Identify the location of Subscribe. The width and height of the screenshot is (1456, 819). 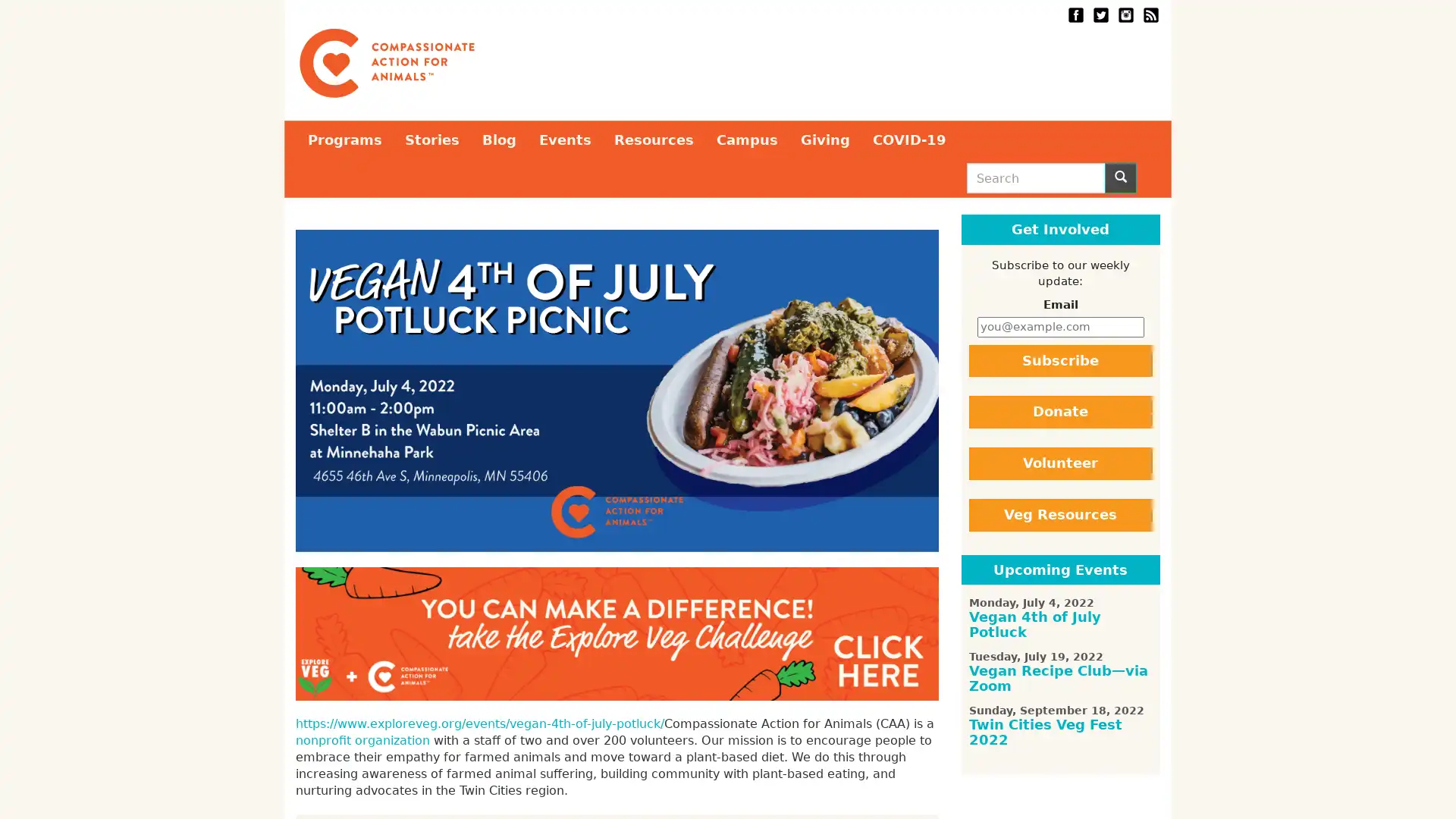
(1059, 360).